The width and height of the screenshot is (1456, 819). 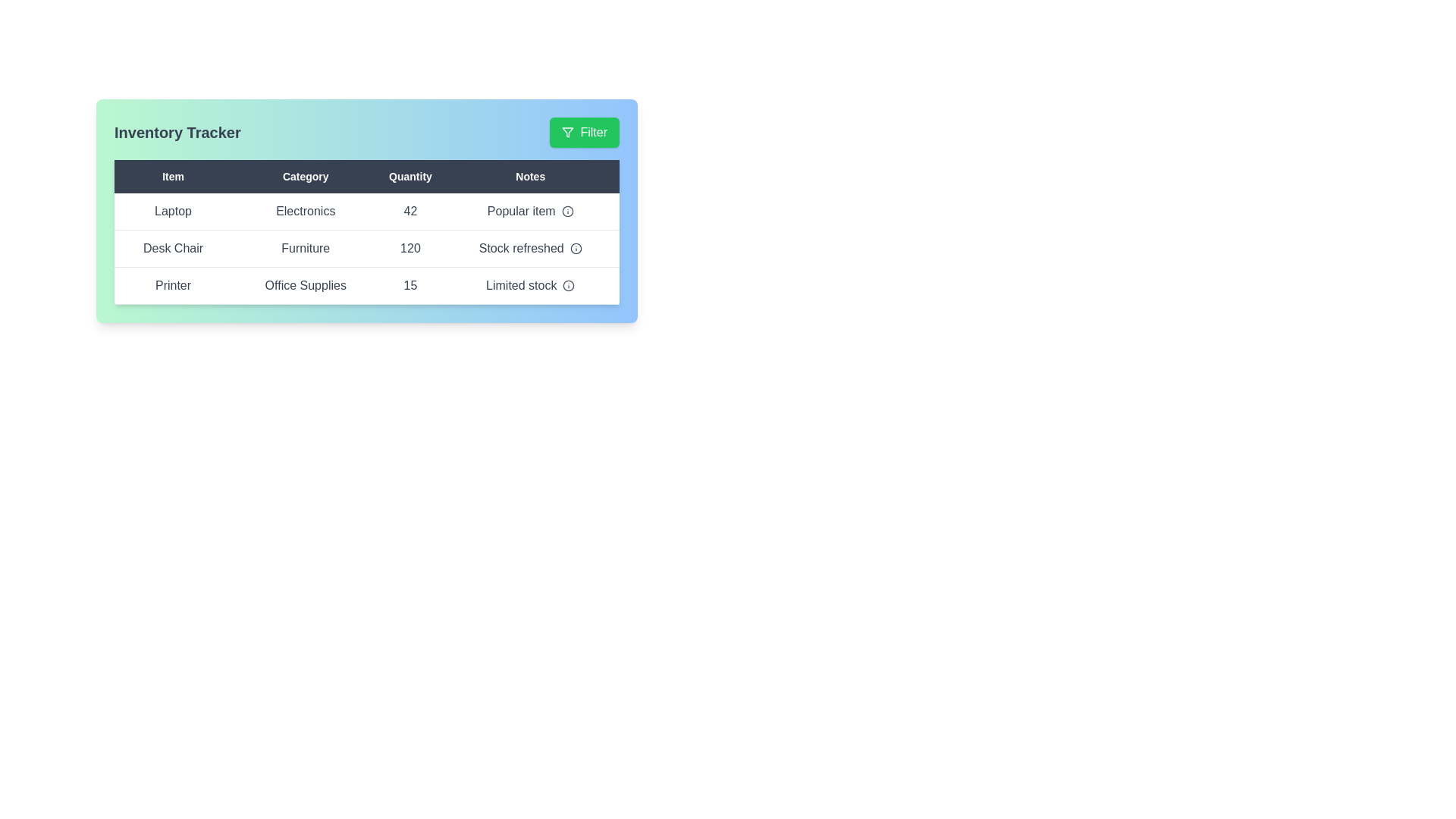 I want to click on filter button to apply filters to the table, so click(x=584, y=131).